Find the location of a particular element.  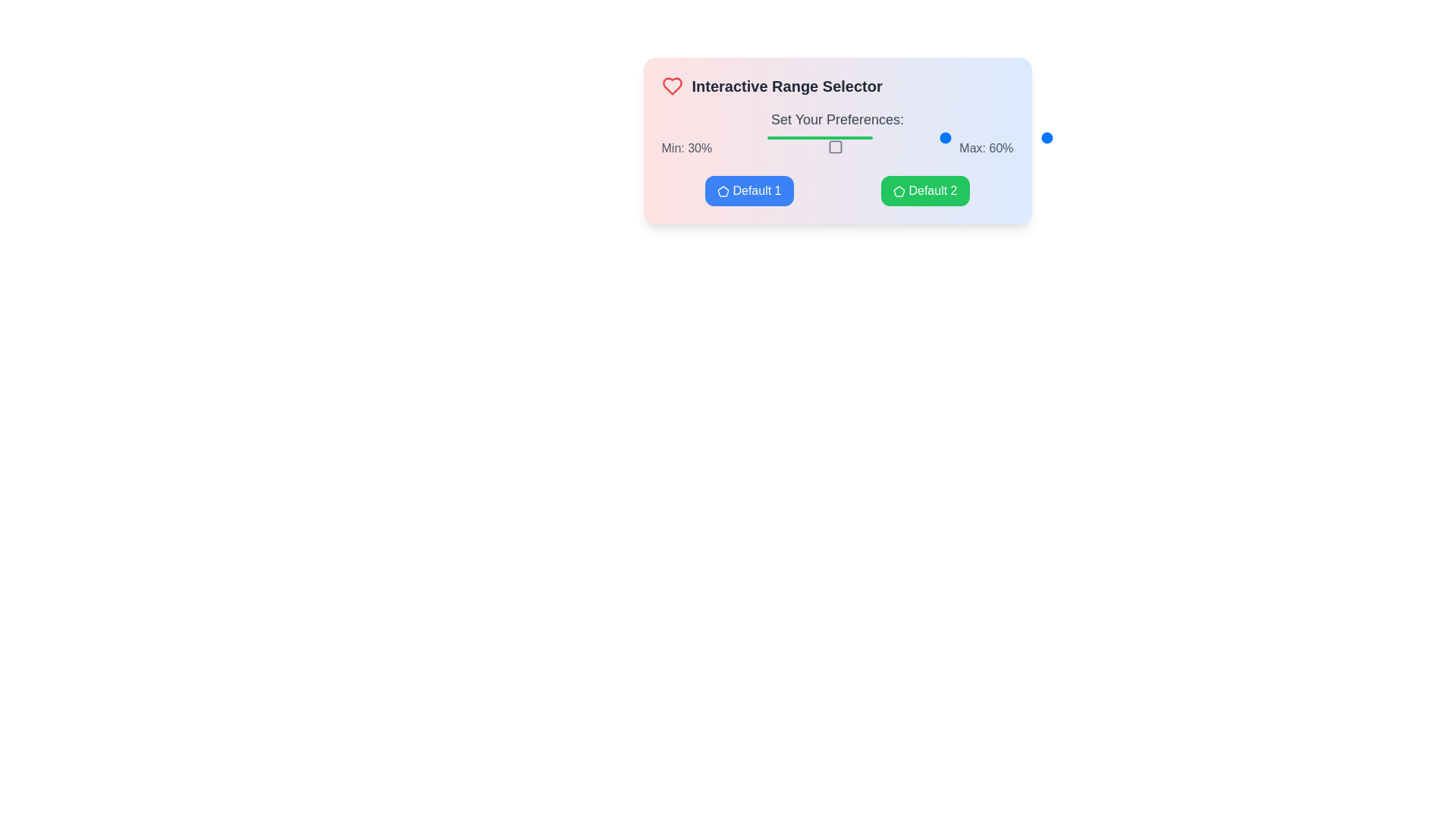

the track of the range slider to move the thumb to the desired position, which is indicated by the horizontal orientation and the presence of 'Min: 30%' and 'Max: 60%' labels is located at coordinates (1013, 137).